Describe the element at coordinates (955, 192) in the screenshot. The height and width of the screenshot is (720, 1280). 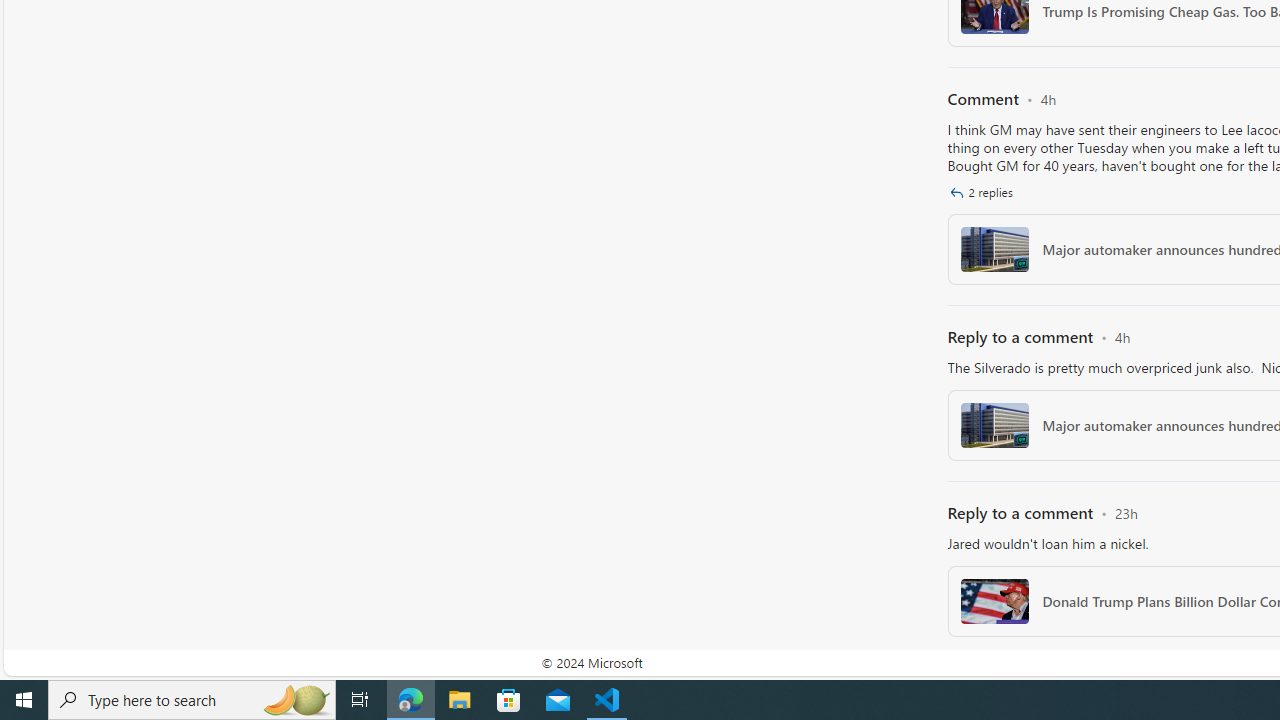
I see `'Class: cwt-icon-vector'` at that location.